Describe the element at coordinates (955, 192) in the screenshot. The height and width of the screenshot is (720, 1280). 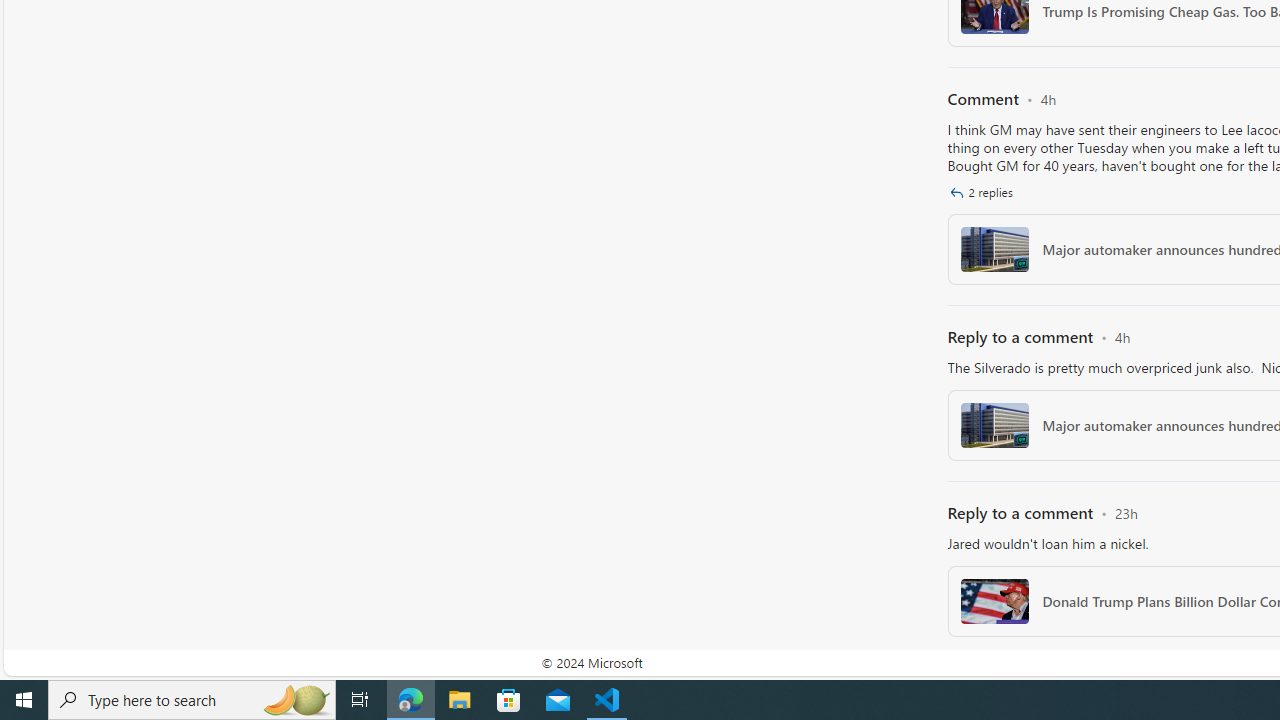
I see `'Class: cwt-icon-vector'` at that location.